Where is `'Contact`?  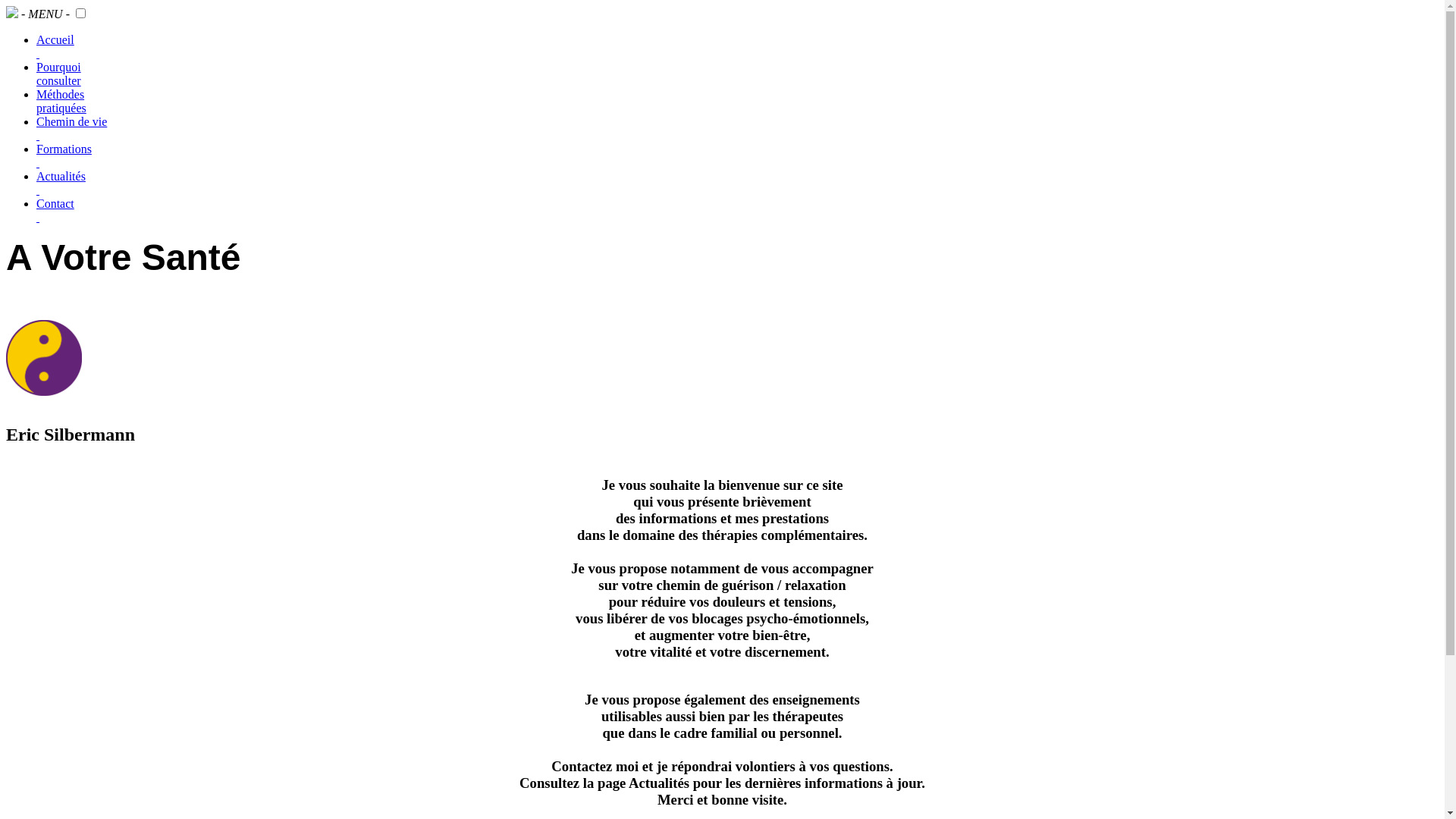
'Contact is located at coordinates (55, 210).